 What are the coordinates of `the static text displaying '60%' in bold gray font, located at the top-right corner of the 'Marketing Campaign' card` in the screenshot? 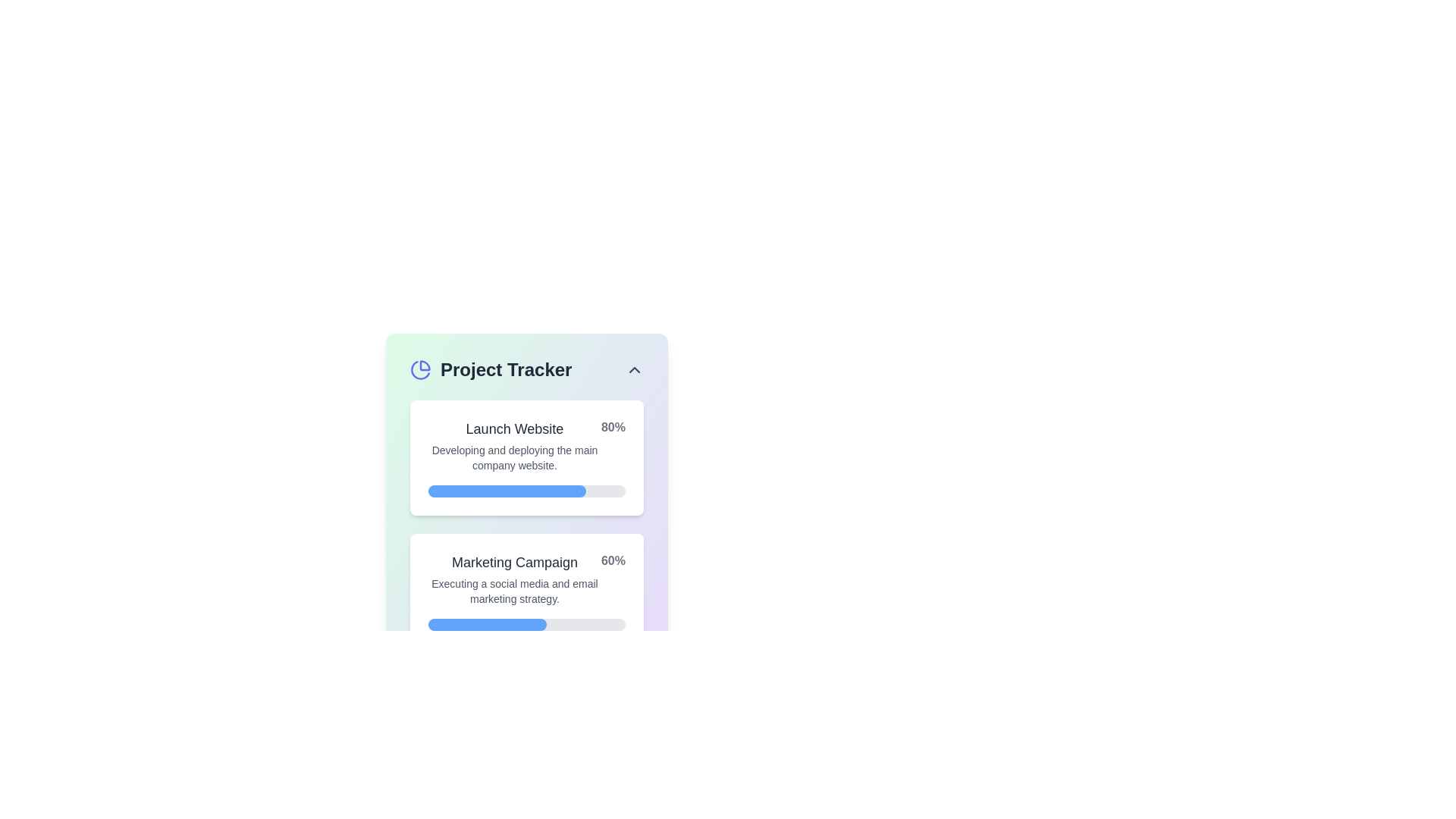 It's located at (613, 561).